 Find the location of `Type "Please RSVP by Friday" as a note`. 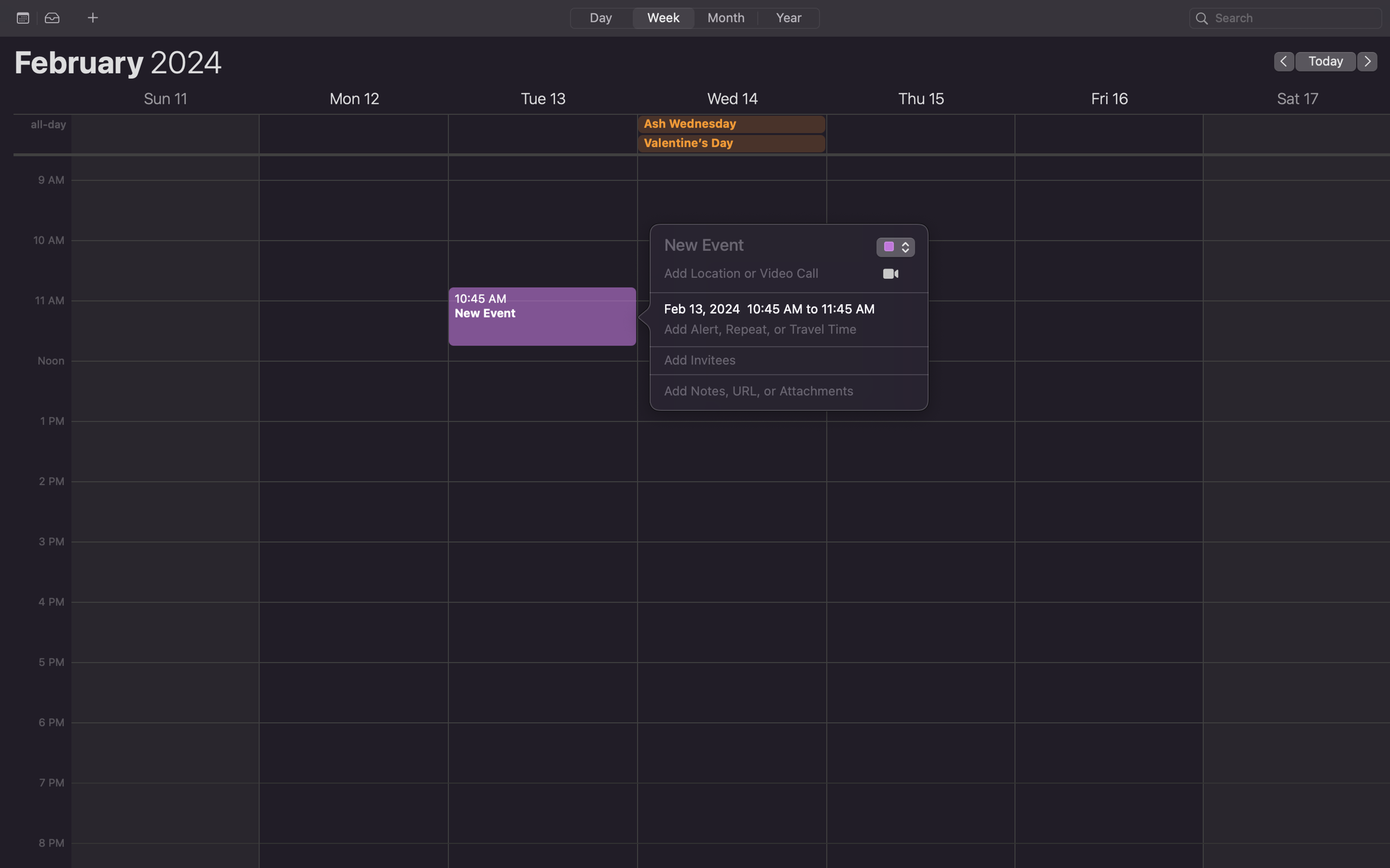

Type "Please RSVP by Friday" as a note is located at coordinates (776, 392).